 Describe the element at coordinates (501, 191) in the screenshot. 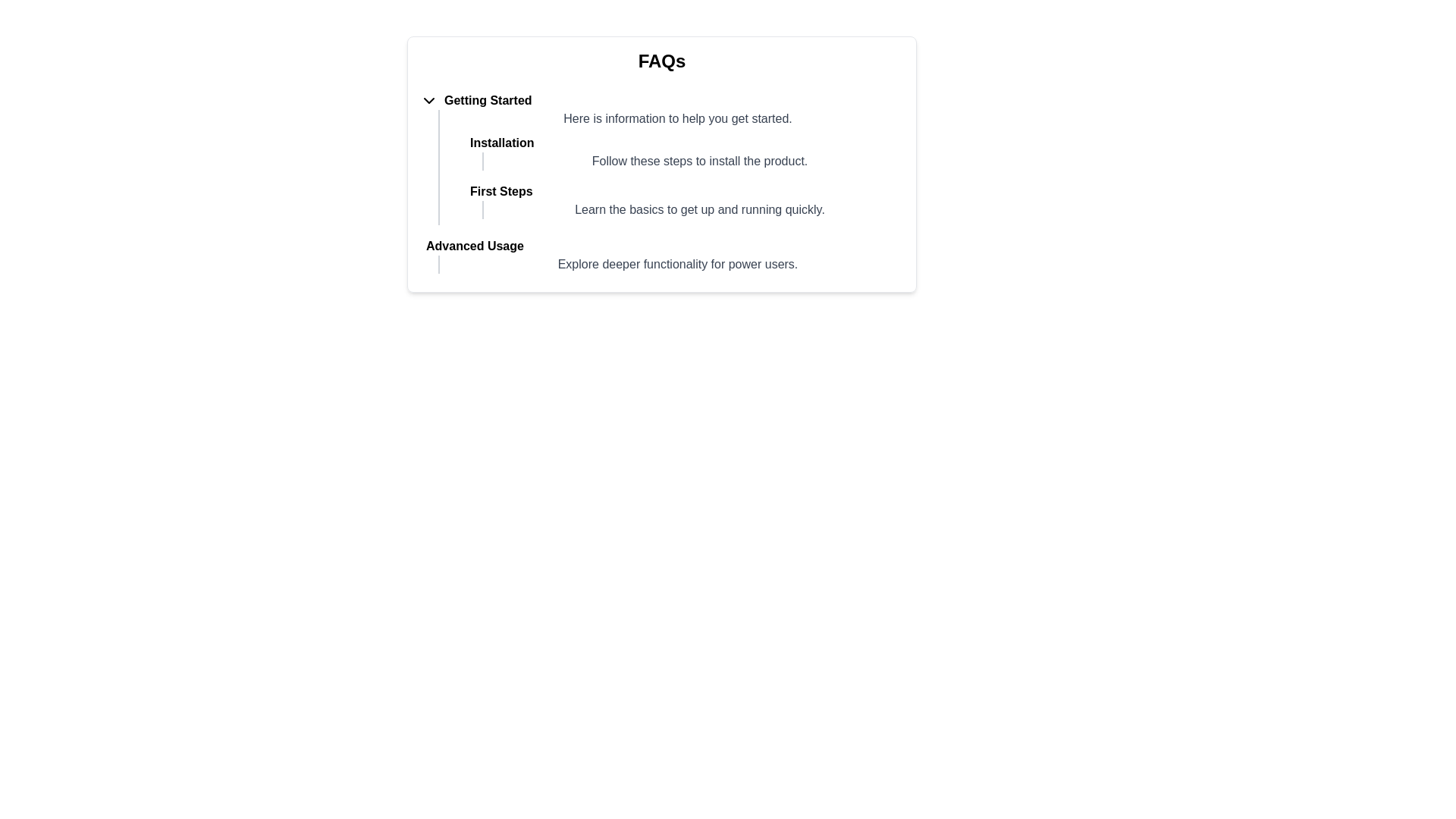

I see `the bold text label displaying 'First Steps'` at that location.